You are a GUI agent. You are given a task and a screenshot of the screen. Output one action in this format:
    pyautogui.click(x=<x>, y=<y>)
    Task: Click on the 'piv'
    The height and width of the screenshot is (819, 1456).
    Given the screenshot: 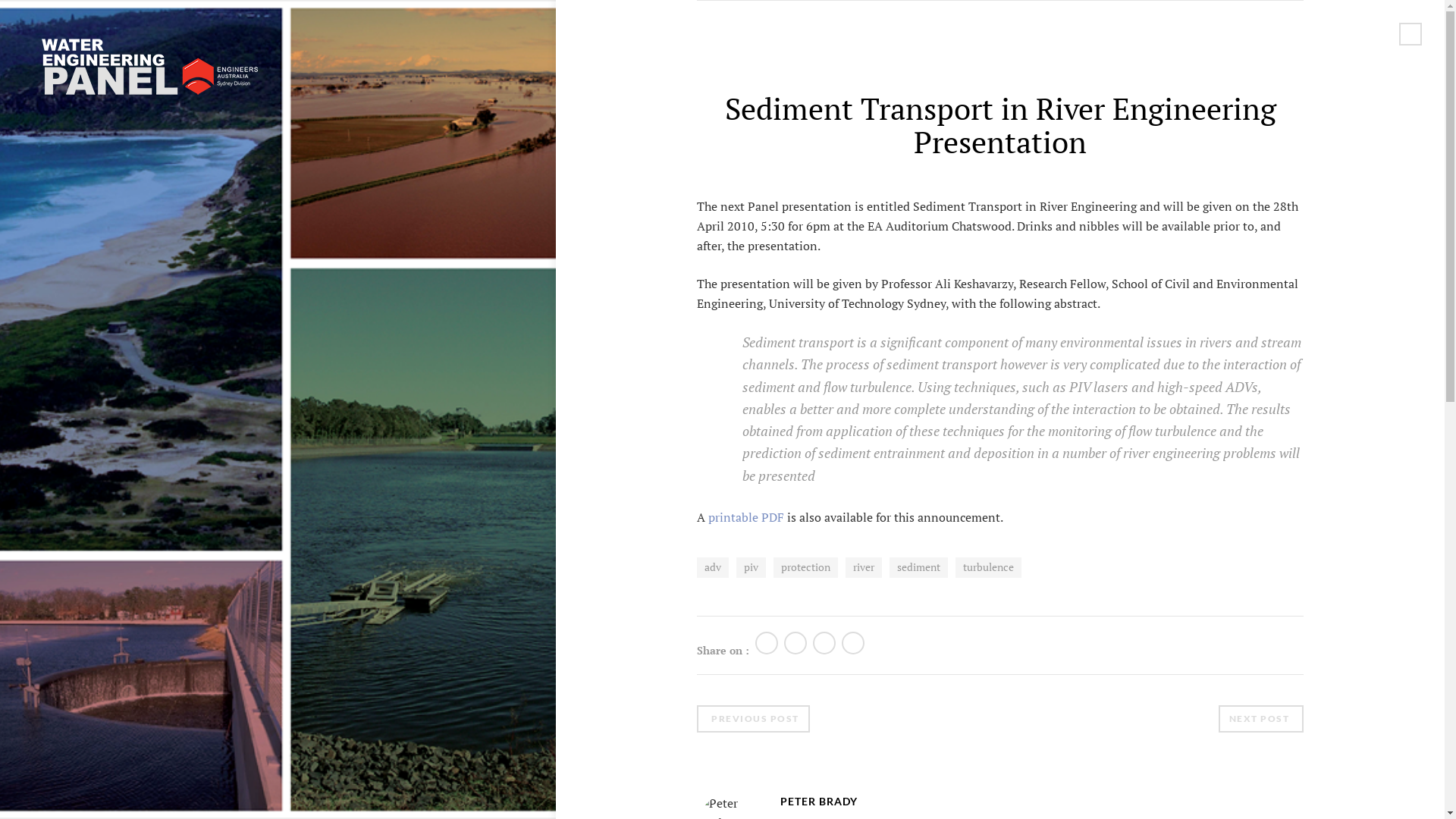 What is the action you would take?
    pyautogui.click(x=751, y=567)
    